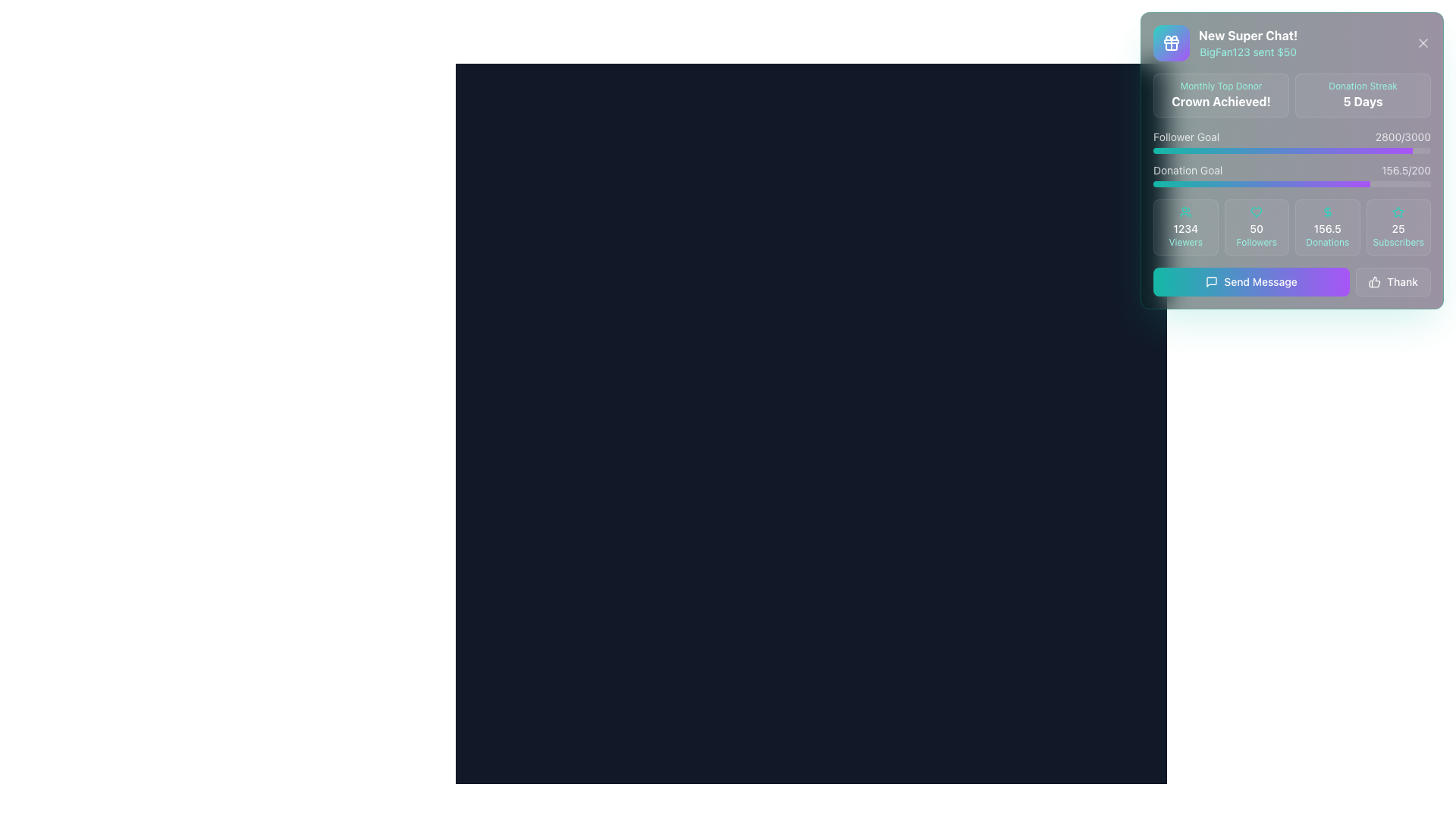 The image size is (1456, 819). I want to click on SVG icon representing the action of sending a message, located within the 'Send Message' button towards the bottom of the visible card interface, so click(1211, 281).